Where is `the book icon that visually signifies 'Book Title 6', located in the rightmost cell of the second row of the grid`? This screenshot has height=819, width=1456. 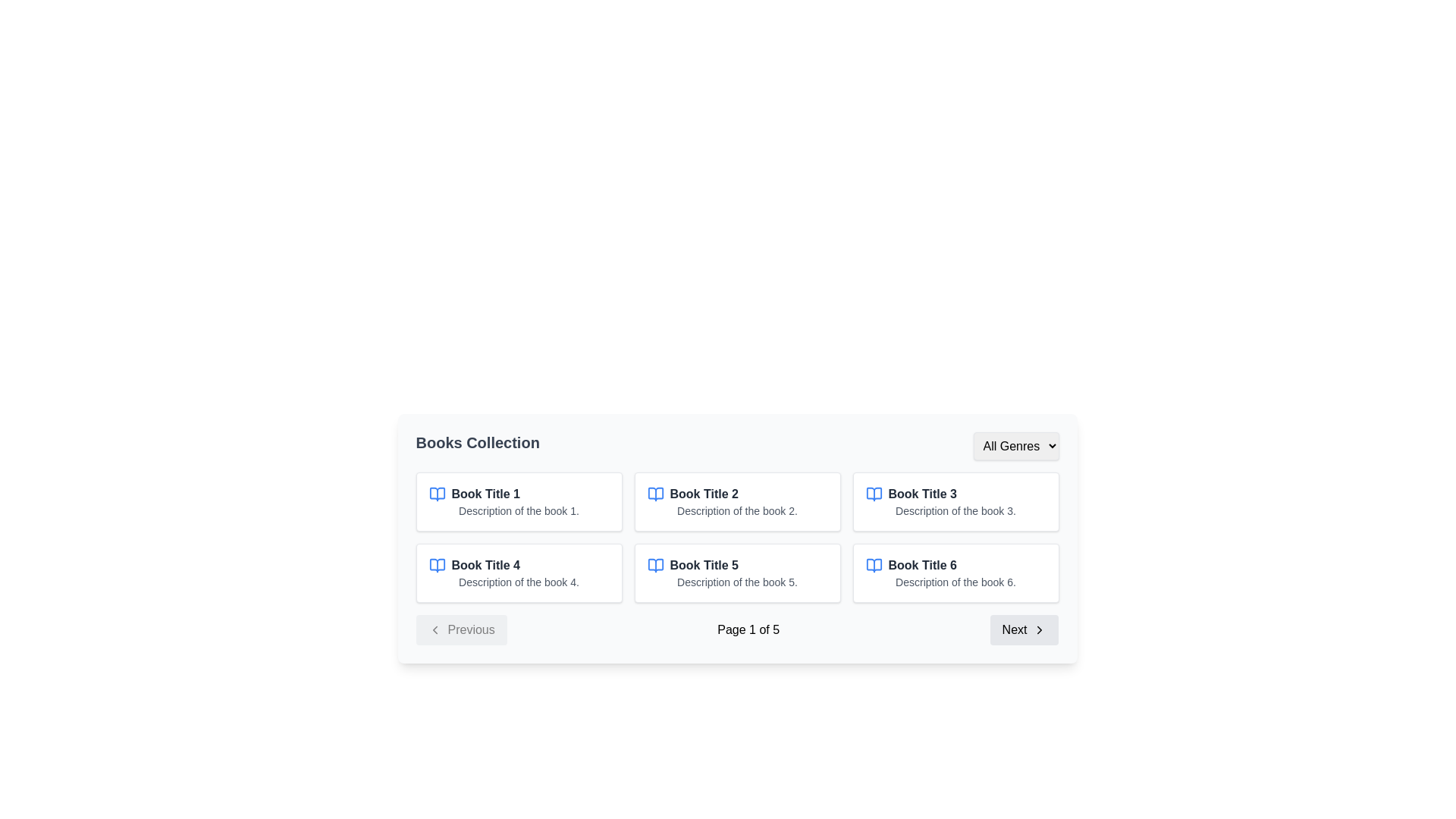 the book icon that visually signifies 'Book Title 6', located in the rightmost cell of the second row of the grid is located at coordinates (874, 565).